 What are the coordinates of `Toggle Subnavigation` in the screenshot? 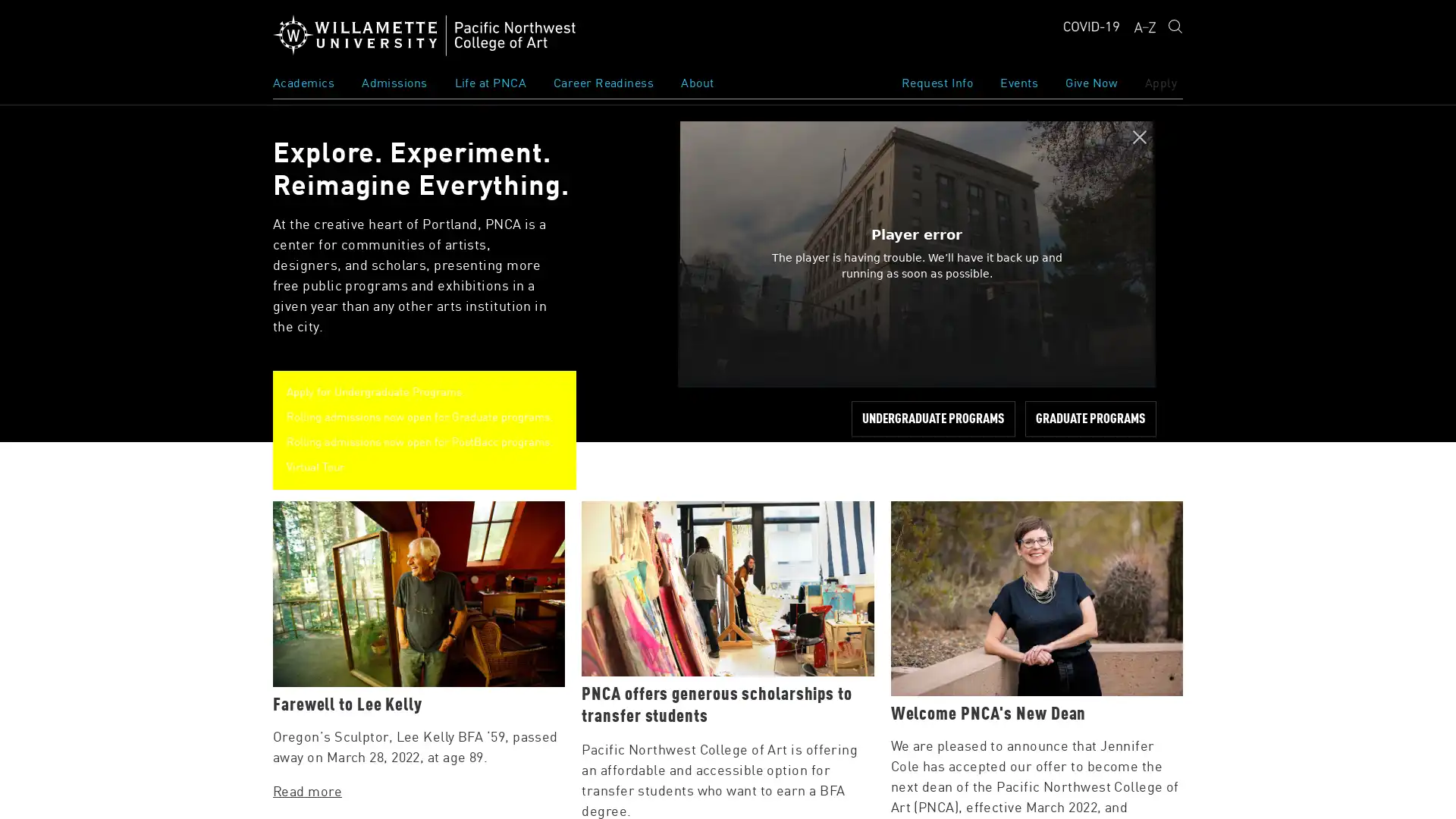 It's located at (303, 85).